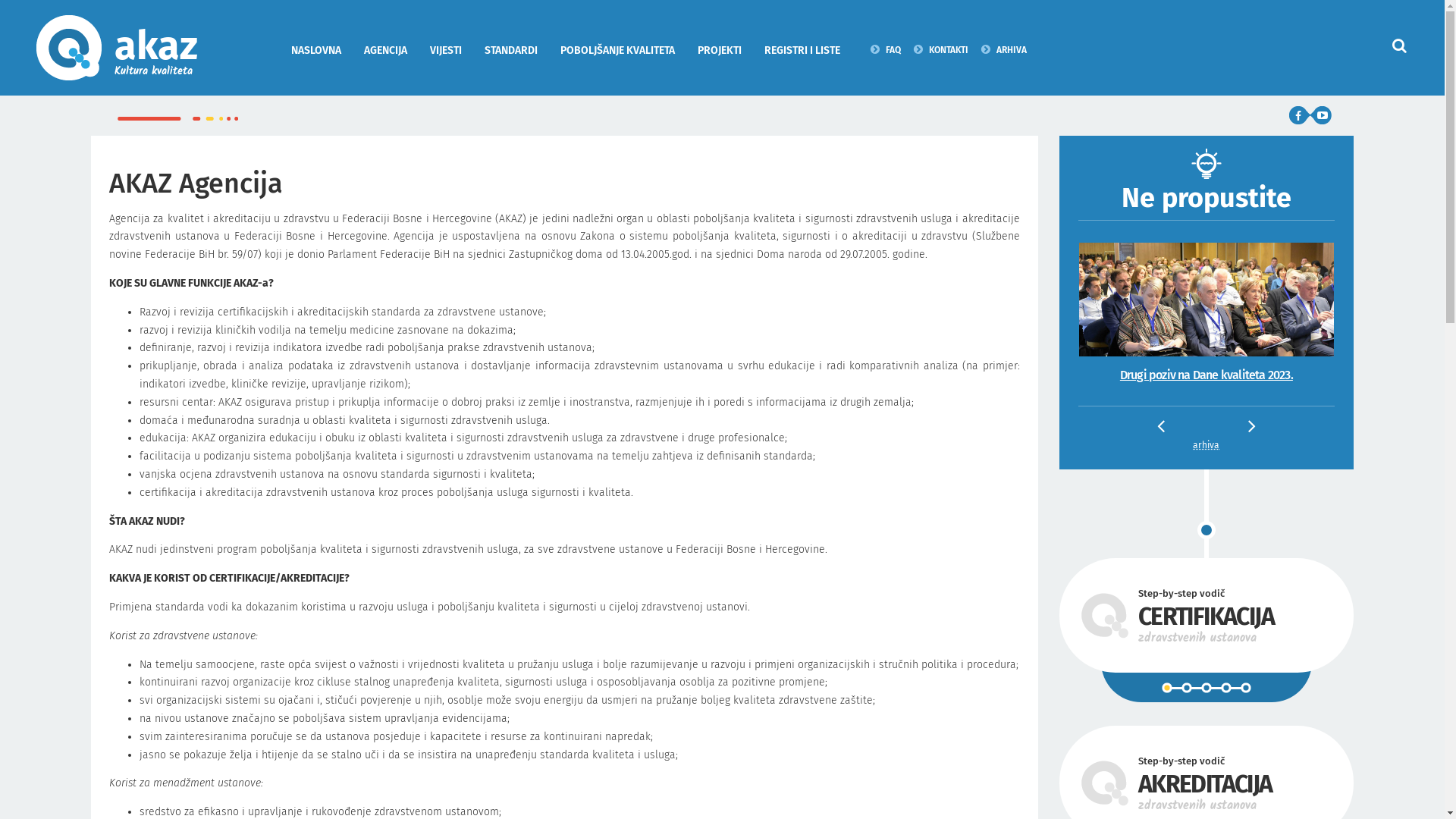 Image resolution: width=1456 pixels, height=819 pixels. What do you see at coordinates (1205, 444) in the screenshot?
I see `'arhiva'` at bounding box center [1205, 444].